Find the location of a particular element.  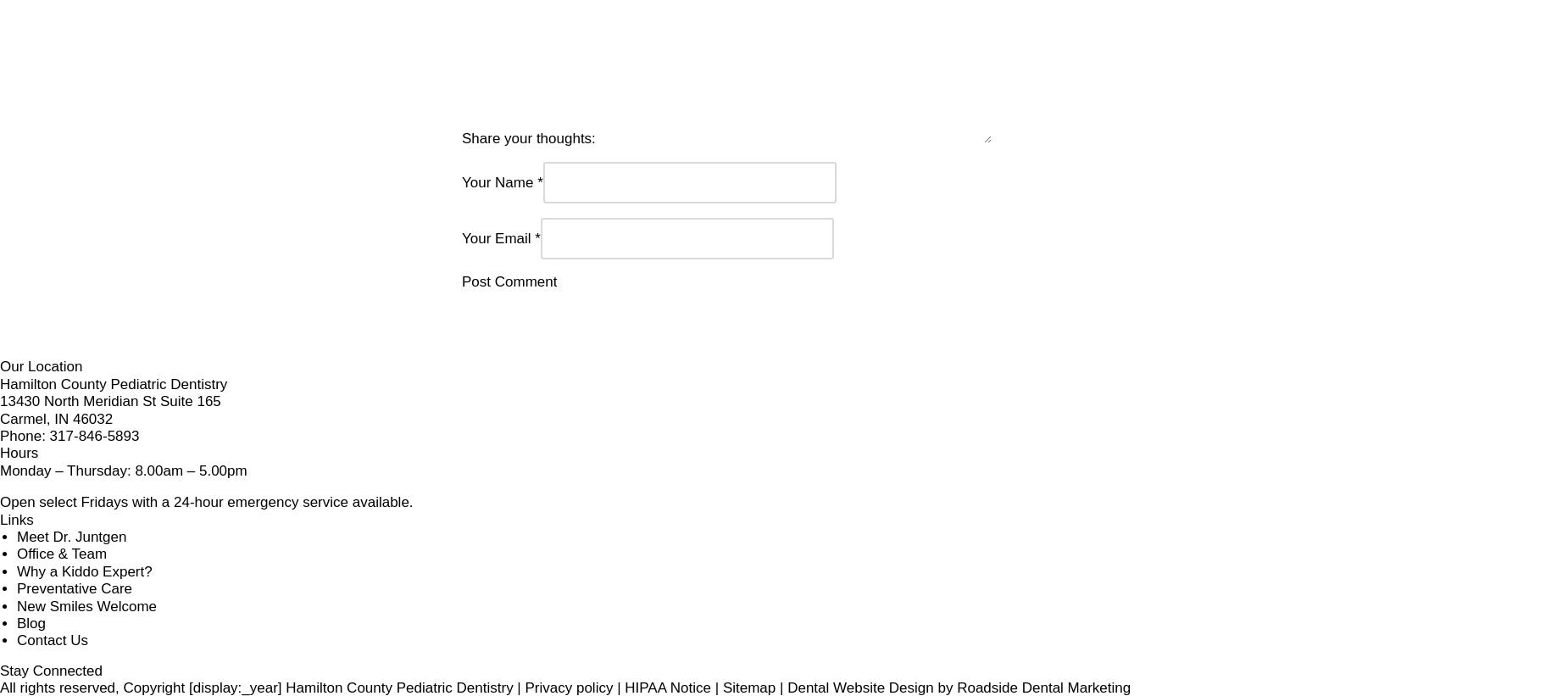

'Links' is located at coordinates (823, 493).